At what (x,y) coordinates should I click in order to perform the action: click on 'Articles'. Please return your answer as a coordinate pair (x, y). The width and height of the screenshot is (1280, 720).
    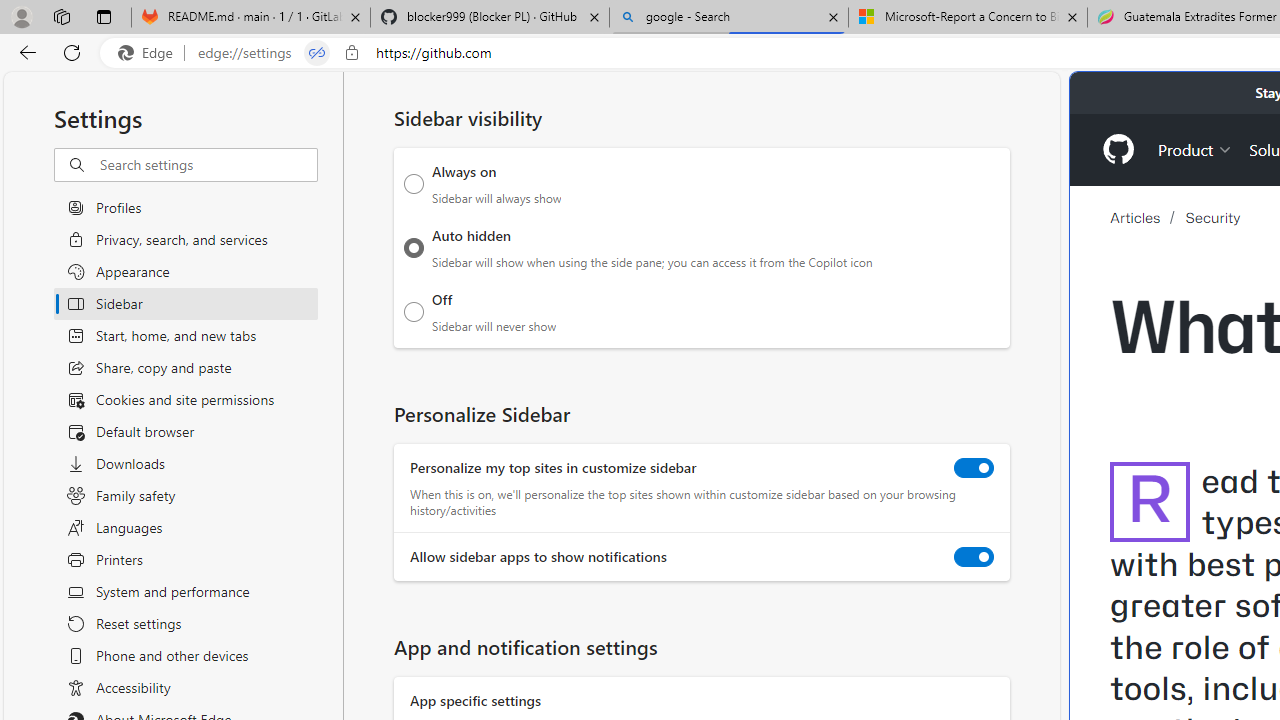
    Looking at the image, I should click on (1148, 217).